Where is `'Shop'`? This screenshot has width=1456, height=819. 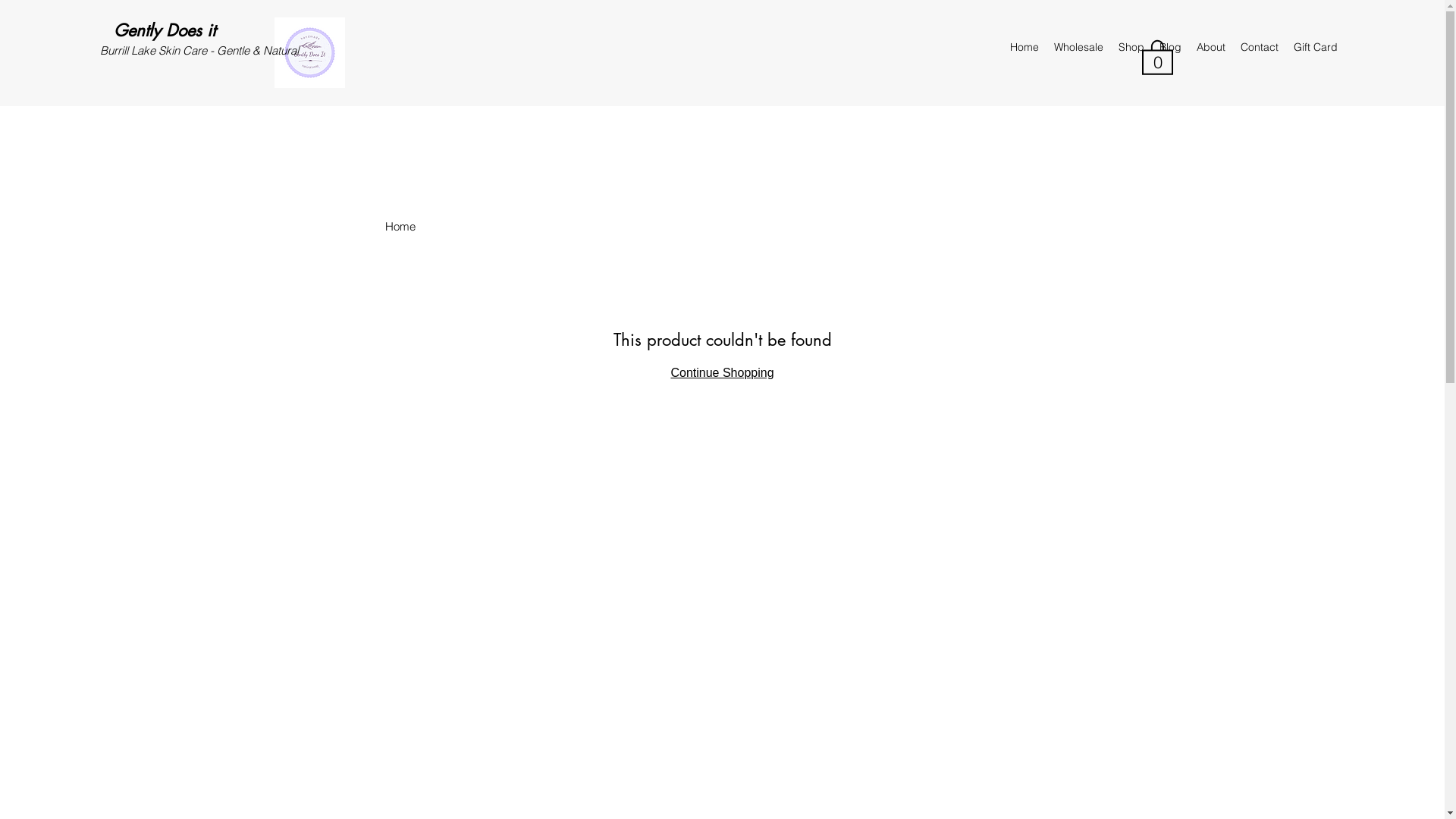 'Shop' is located at coordinates (1131, 45).